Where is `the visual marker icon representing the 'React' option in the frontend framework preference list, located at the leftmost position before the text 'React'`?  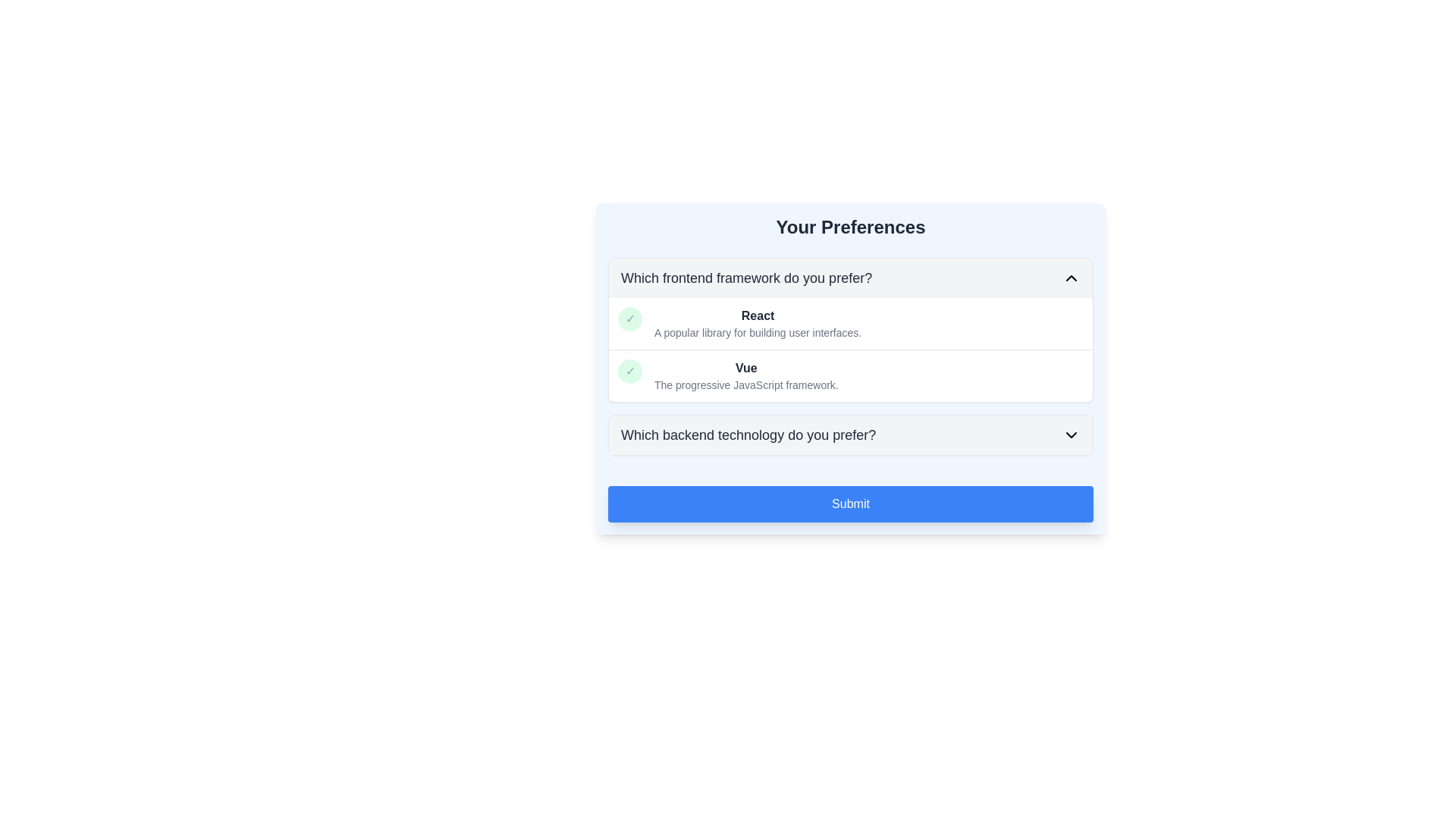 the visual marker icon representing the 'React' option in the frontend framework preference list, located at the leftmost position before the text 'React' is located at coordinates (629, 318).